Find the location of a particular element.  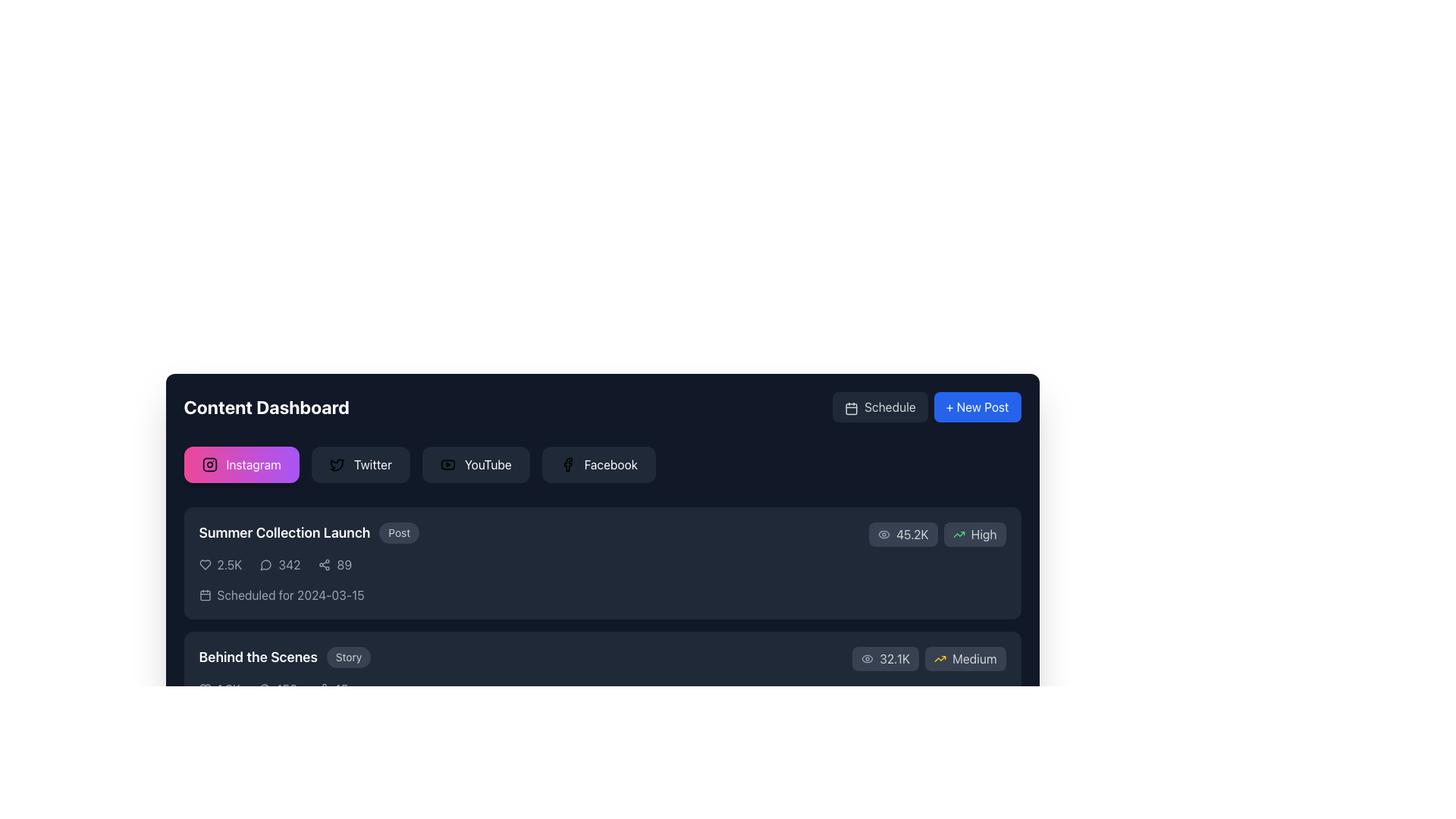

the green upward-trending arrow icon that is part of the 'High' label in gray text, located within a rounded rectangle in gray background is located at coordinates (958, 534).